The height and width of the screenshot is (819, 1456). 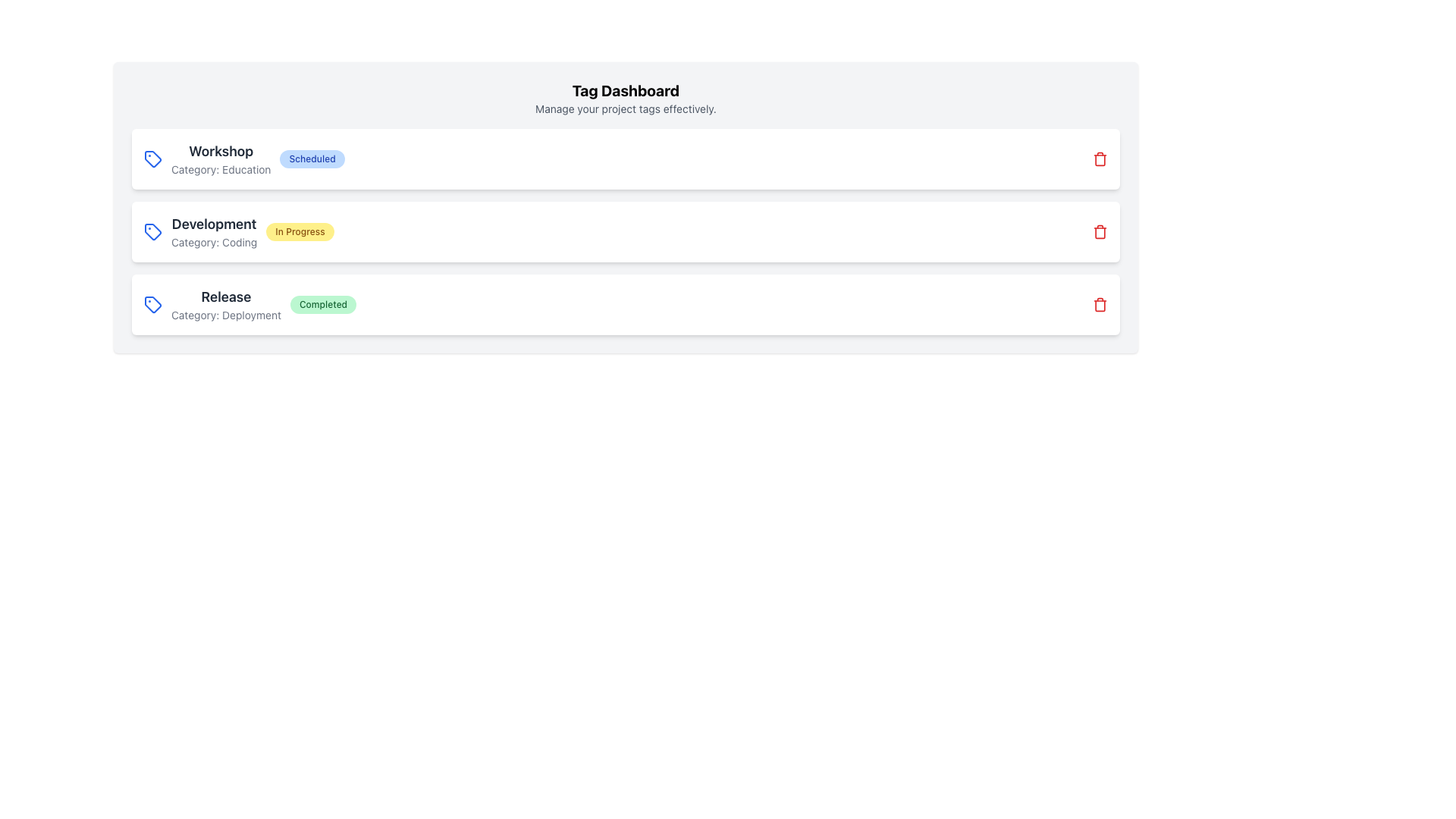 I want to click on the 'Completed' badge with a green background located on the far right side within the 'Release' section of the vertical list, so click(x=322, y=304).